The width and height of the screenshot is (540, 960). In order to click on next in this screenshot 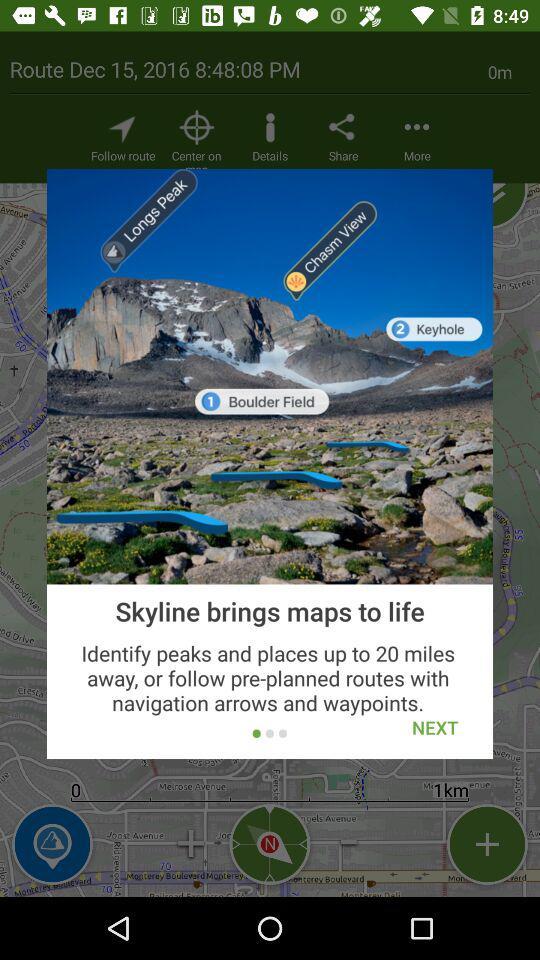, I will do `click(434, 726)`.